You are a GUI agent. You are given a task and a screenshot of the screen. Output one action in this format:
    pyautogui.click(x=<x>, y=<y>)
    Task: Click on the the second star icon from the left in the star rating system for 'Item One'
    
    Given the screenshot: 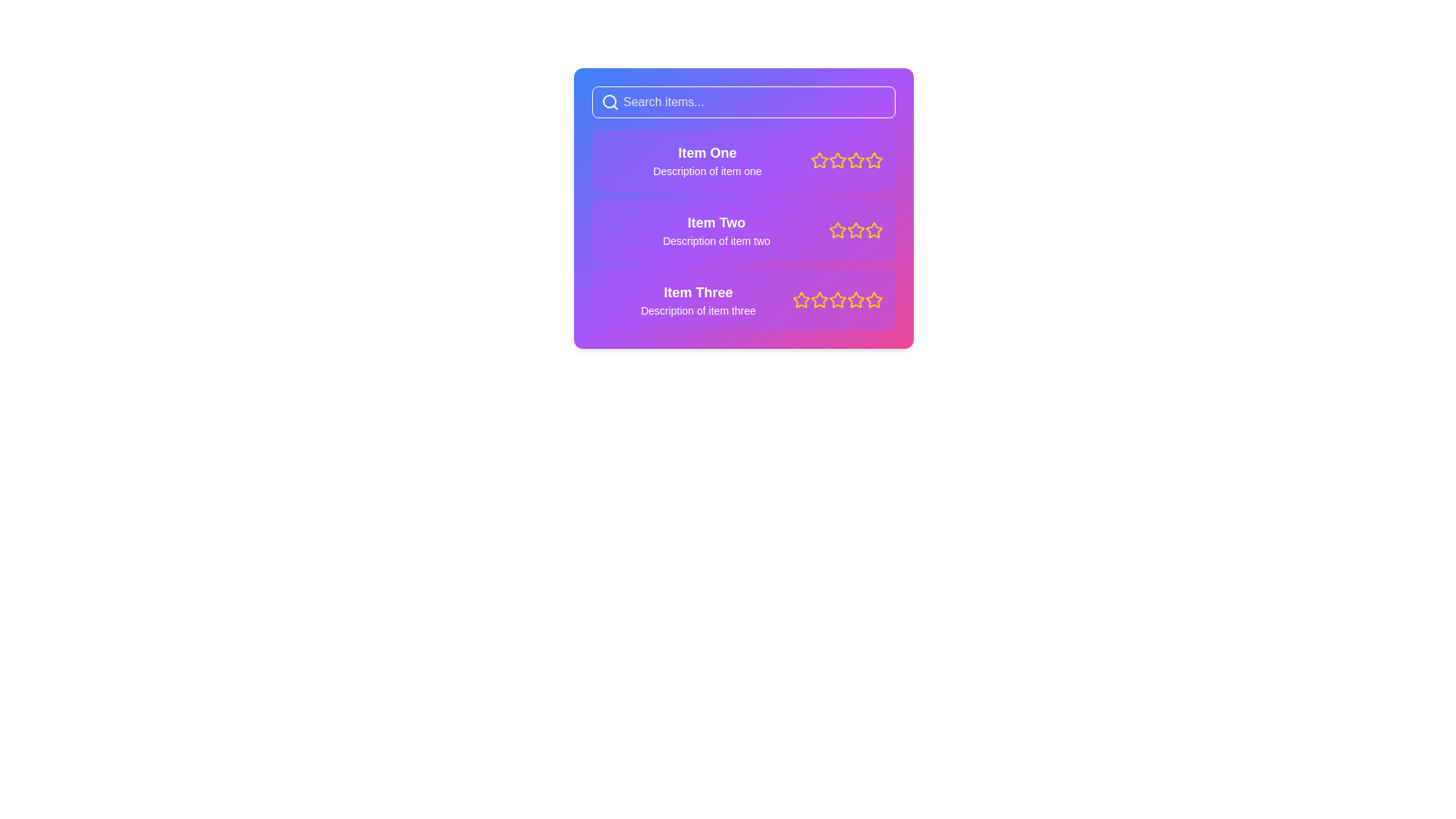 What is the action you would take?
    pyautogui.click(x=836, y=160)
    